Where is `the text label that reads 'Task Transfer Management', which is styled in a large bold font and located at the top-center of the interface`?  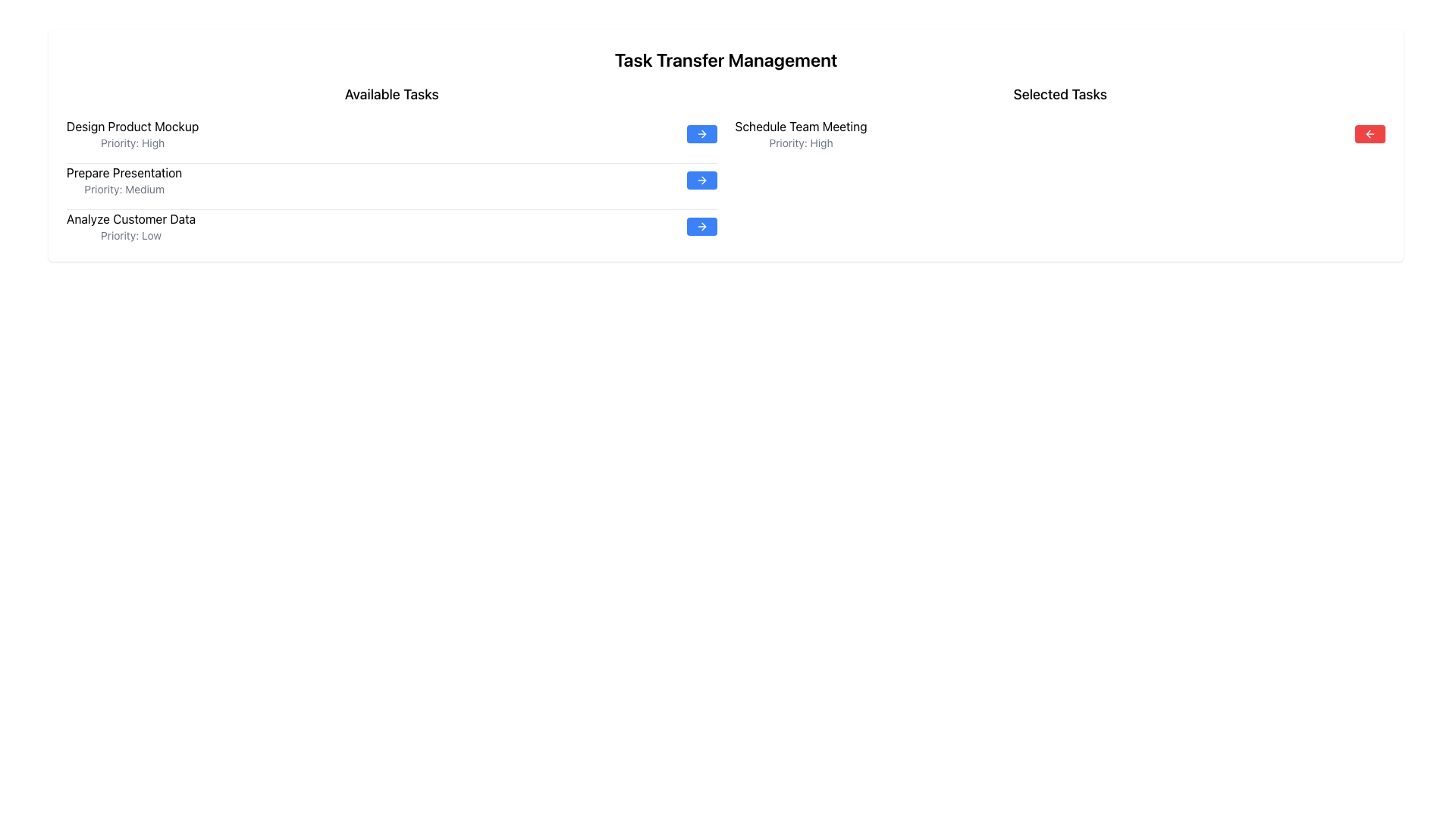
the text label that reads 'Task Transfer Management', which is styled in a large bold font and located at the top-center of the interface is located at coordinates (725, 58).